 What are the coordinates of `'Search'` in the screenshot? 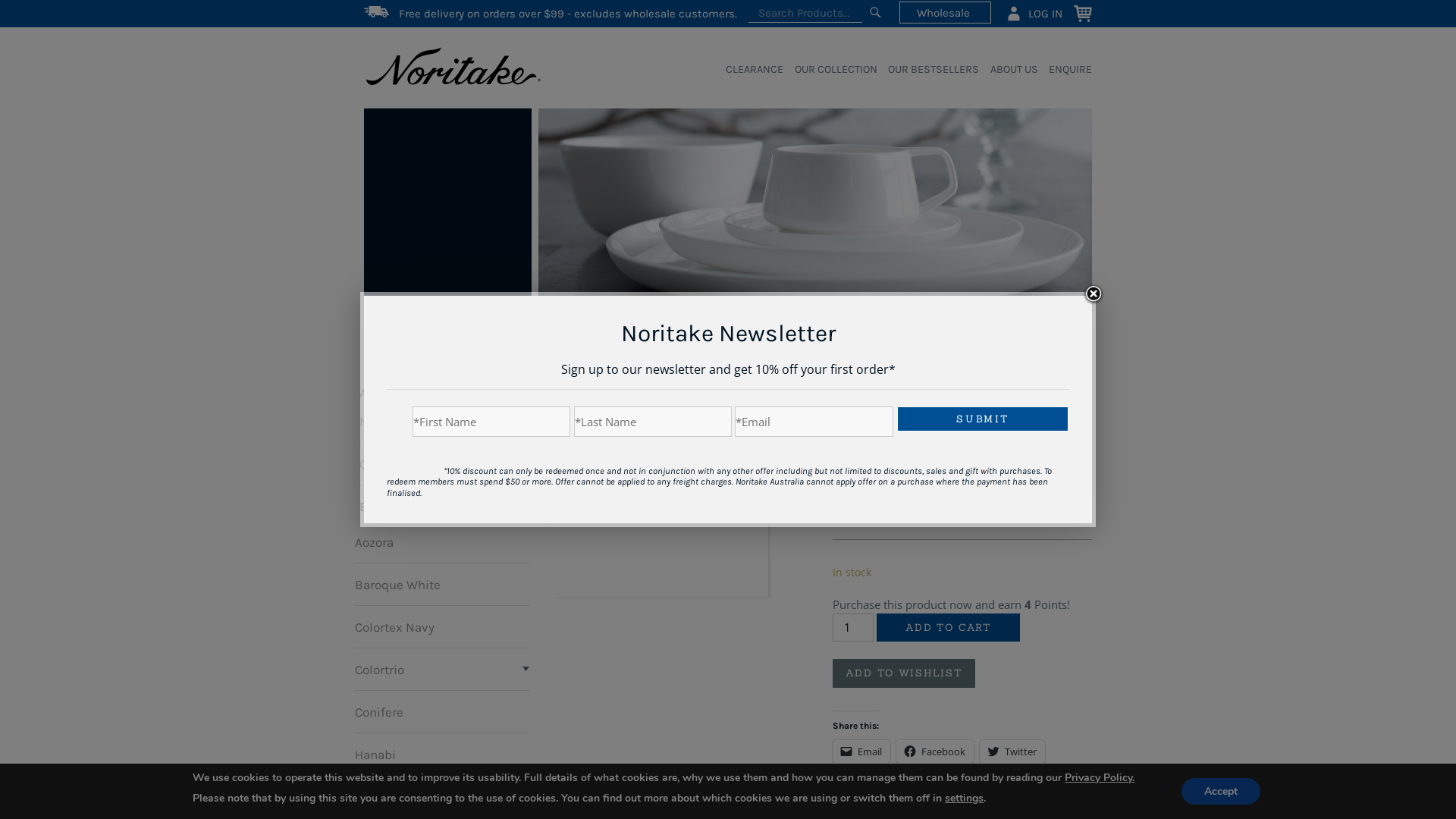 It's located at (874, 12).